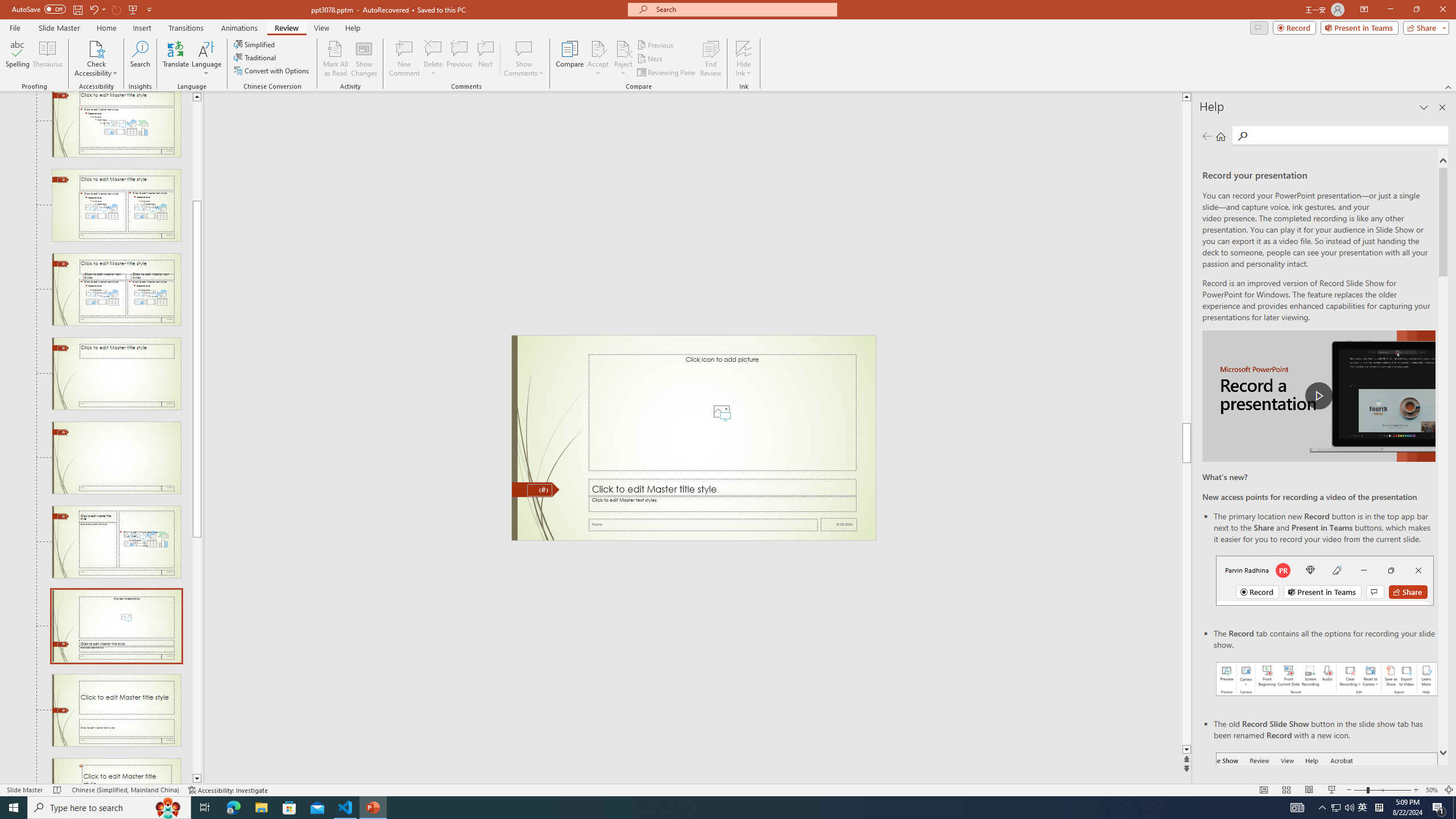 The image size is (1456, 819). What do you see at coordinates (539, 490) in the screenshot?
I see `'Slide Number'` at bounding box center [539, 490].